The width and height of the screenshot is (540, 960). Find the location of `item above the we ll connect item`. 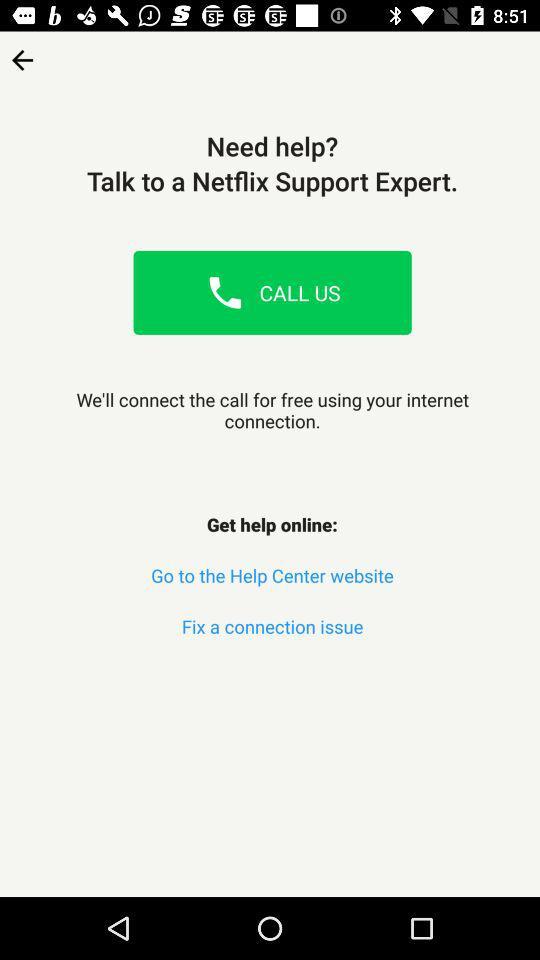

item above the we ll connect item is located at coordinates (224, 291).